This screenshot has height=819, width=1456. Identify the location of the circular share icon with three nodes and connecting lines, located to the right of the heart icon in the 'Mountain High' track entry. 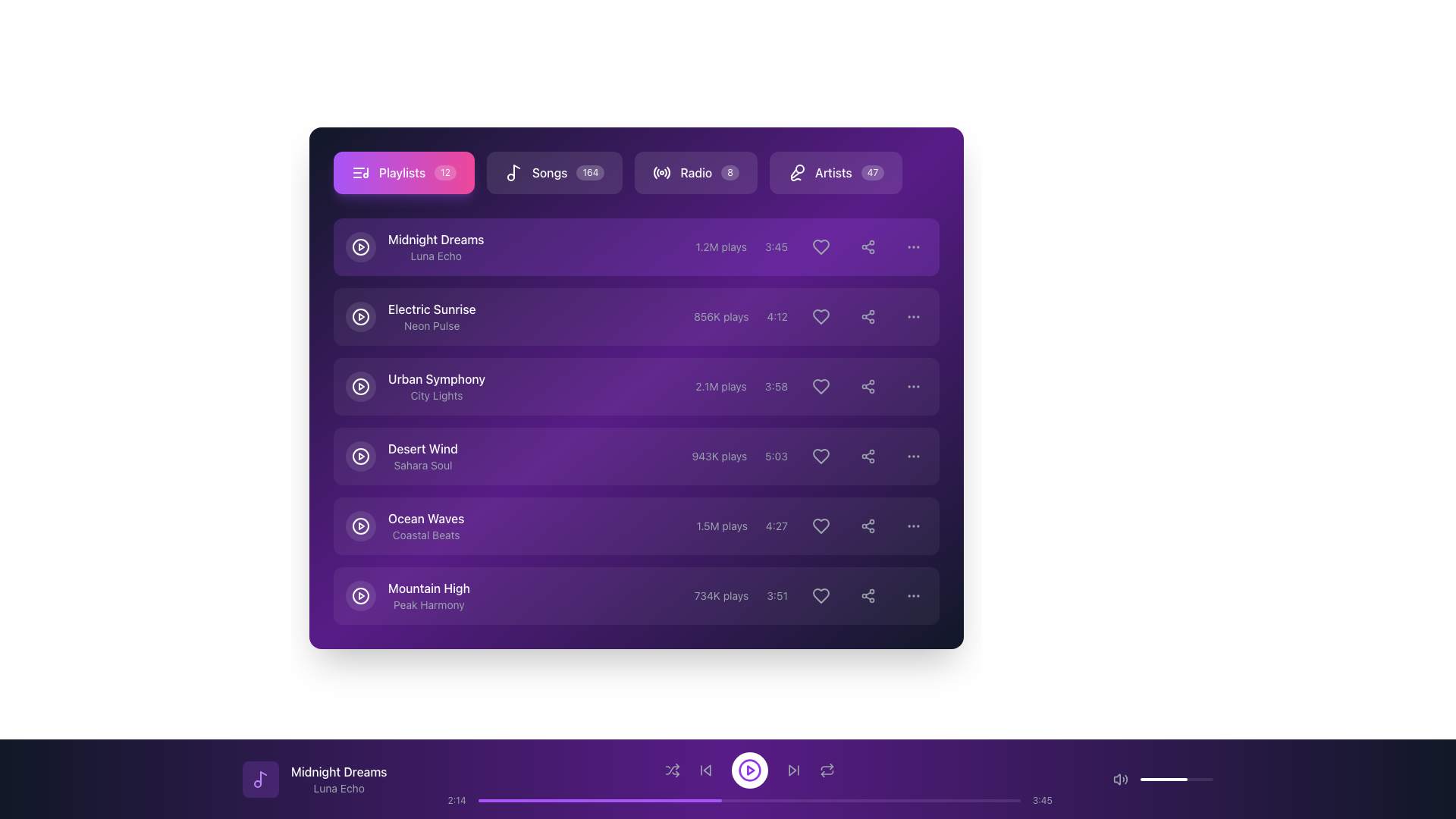
(868, 595).